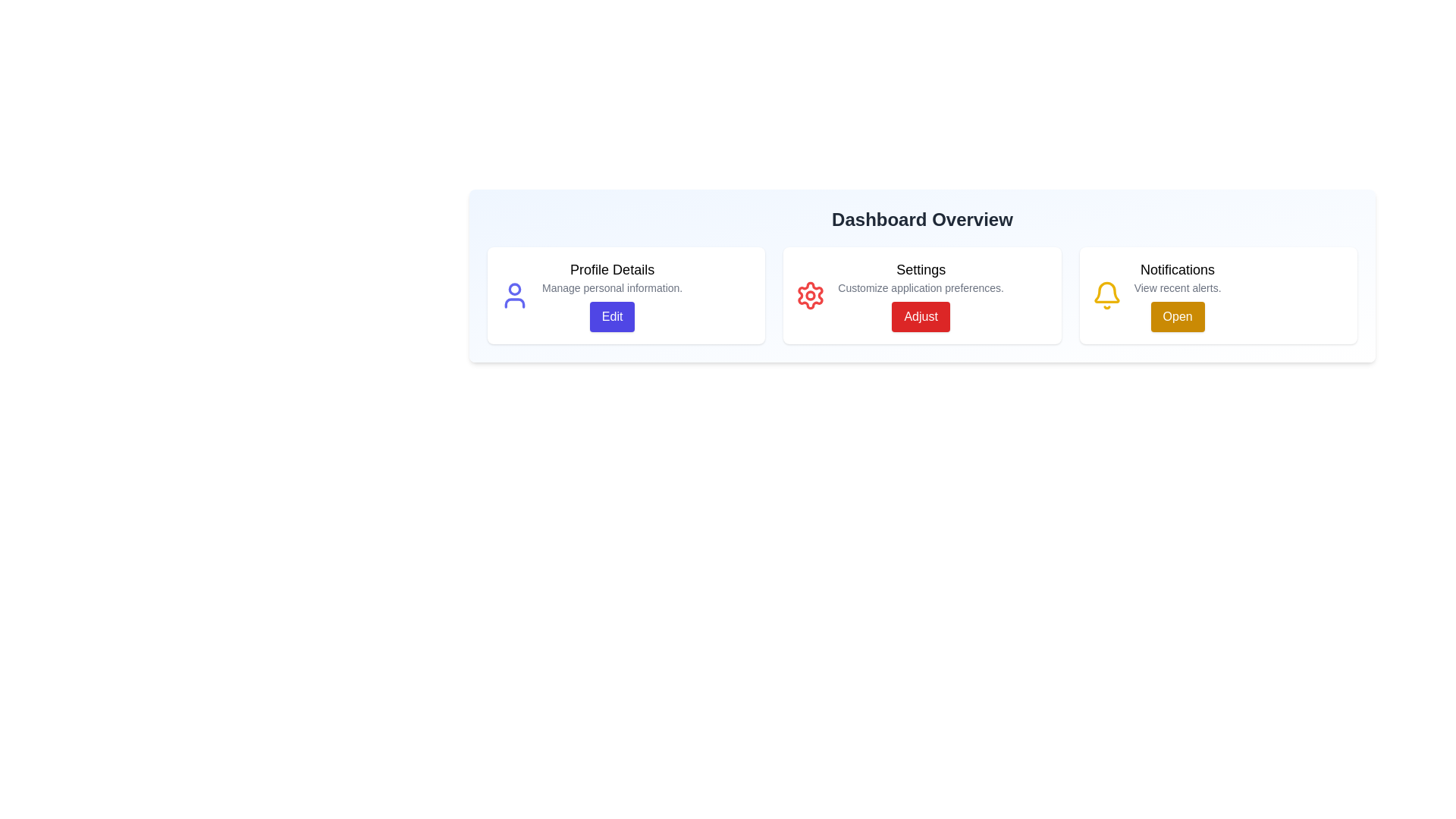  I want to click on supplementary information provided by the static text located beneath the 'Profile Details' heading and above the 'Edit' button in the leftmost card of the layout, so click(612, 288).